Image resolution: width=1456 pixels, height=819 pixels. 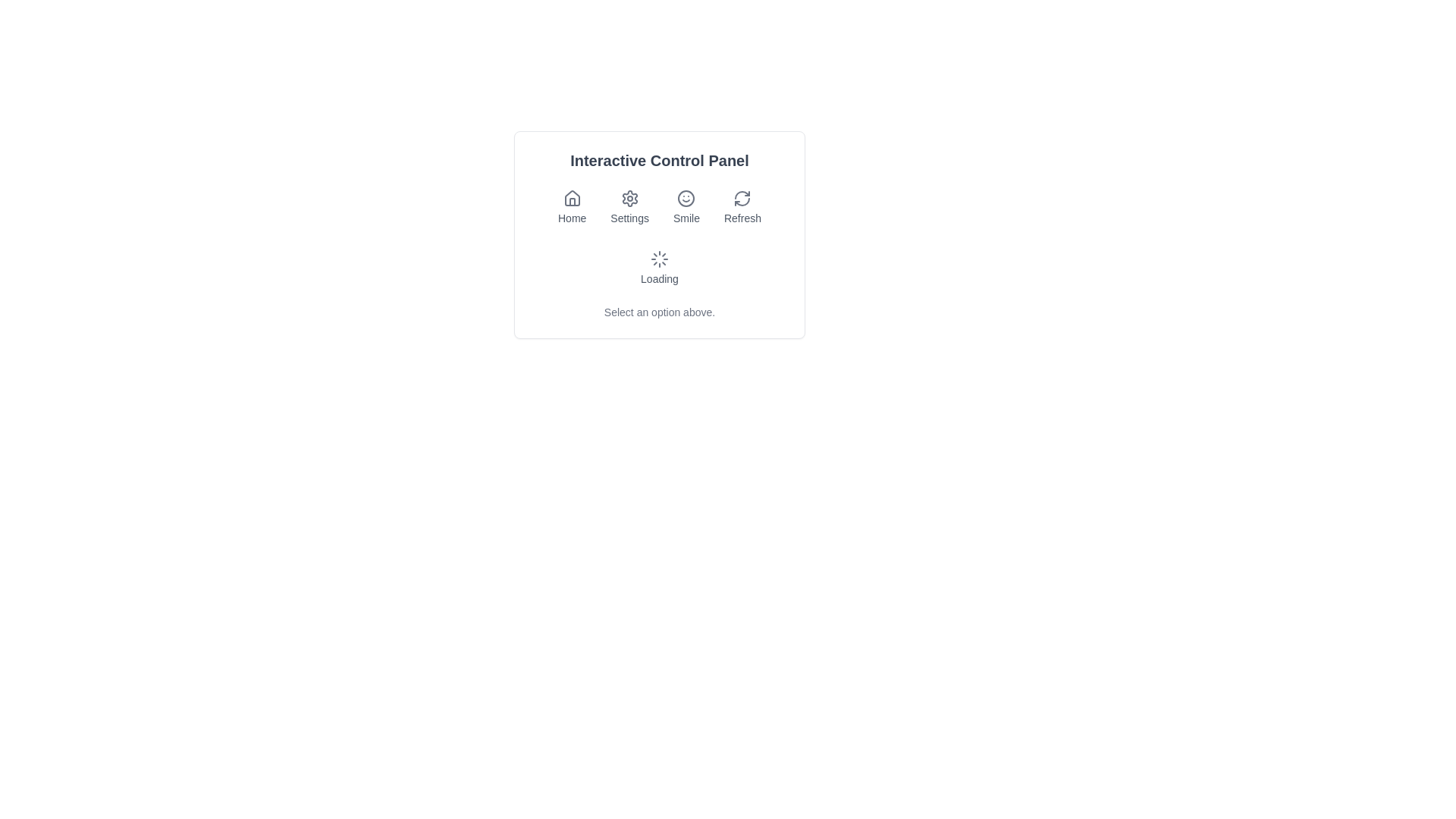 I want to click on the second button from the left in the 'Interactive Control Panel', so click(x=629, y=207).